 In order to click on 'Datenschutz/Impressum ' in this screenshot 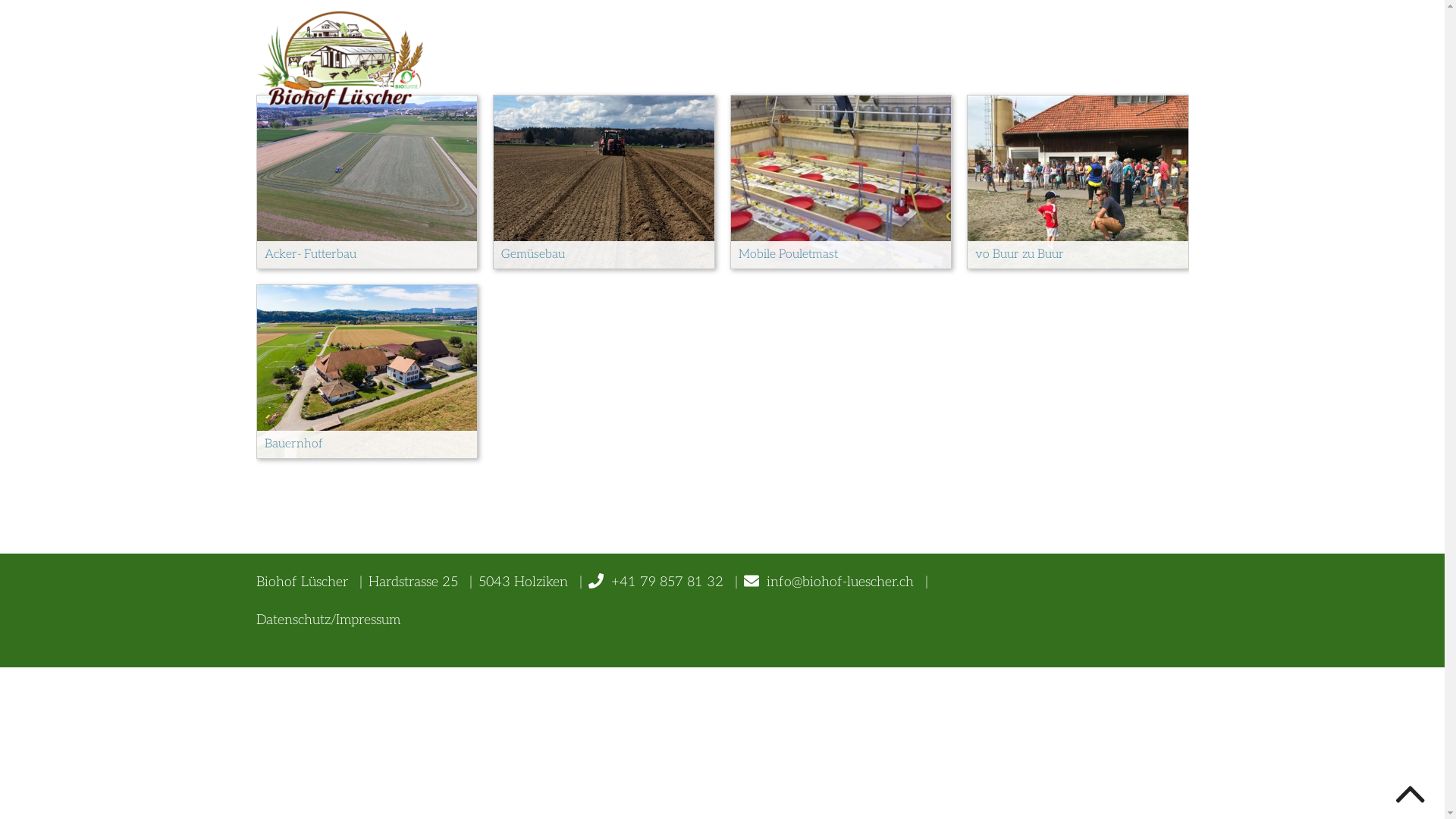, I will do `click(329, 620)`.